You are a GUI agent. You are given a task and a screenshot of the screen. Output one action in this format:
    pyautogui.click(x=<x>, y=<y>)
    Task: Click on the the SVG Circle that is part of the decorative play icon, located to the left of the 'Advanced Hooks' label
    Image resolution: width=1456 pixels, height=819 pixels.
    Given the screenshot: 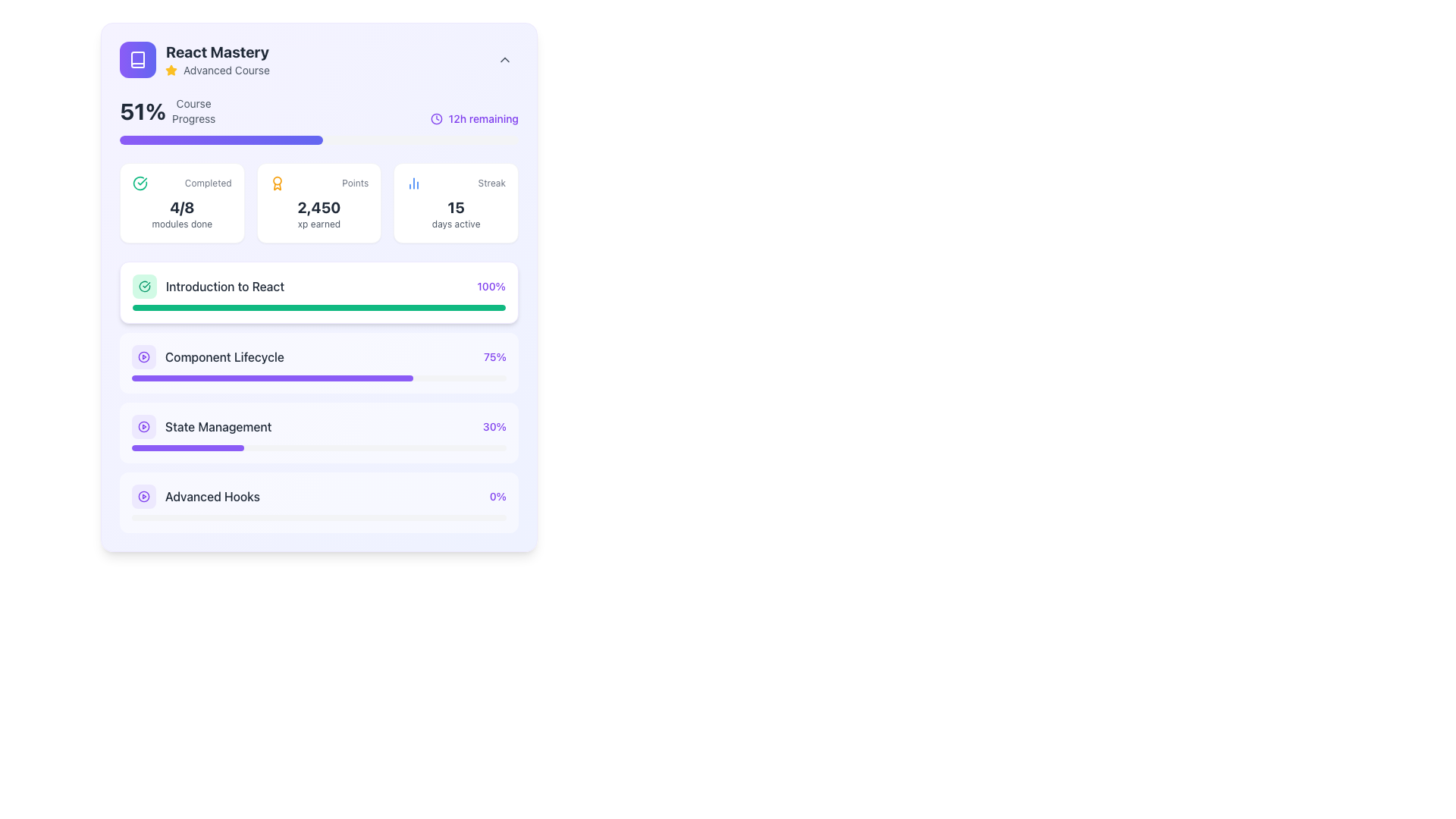 What is the action you would take?
    pyautogui.click(x=144, y=497)
    